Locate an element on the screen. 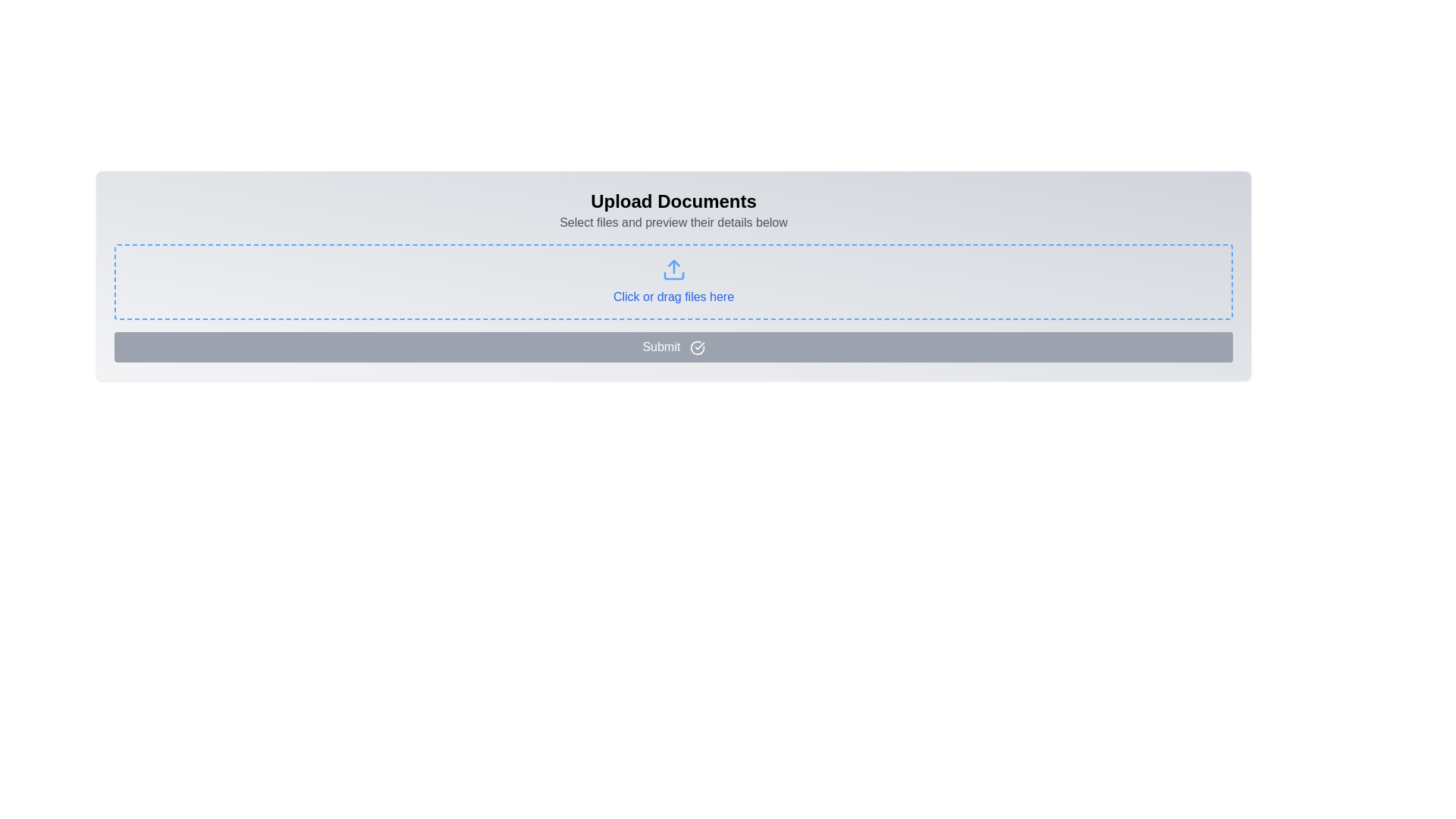 This screenshot has height=819, width=1456. the upload icon located near the center of the dashed-bordered area, above the text 'Click or drag files here' is located at coordinates (673, 268).